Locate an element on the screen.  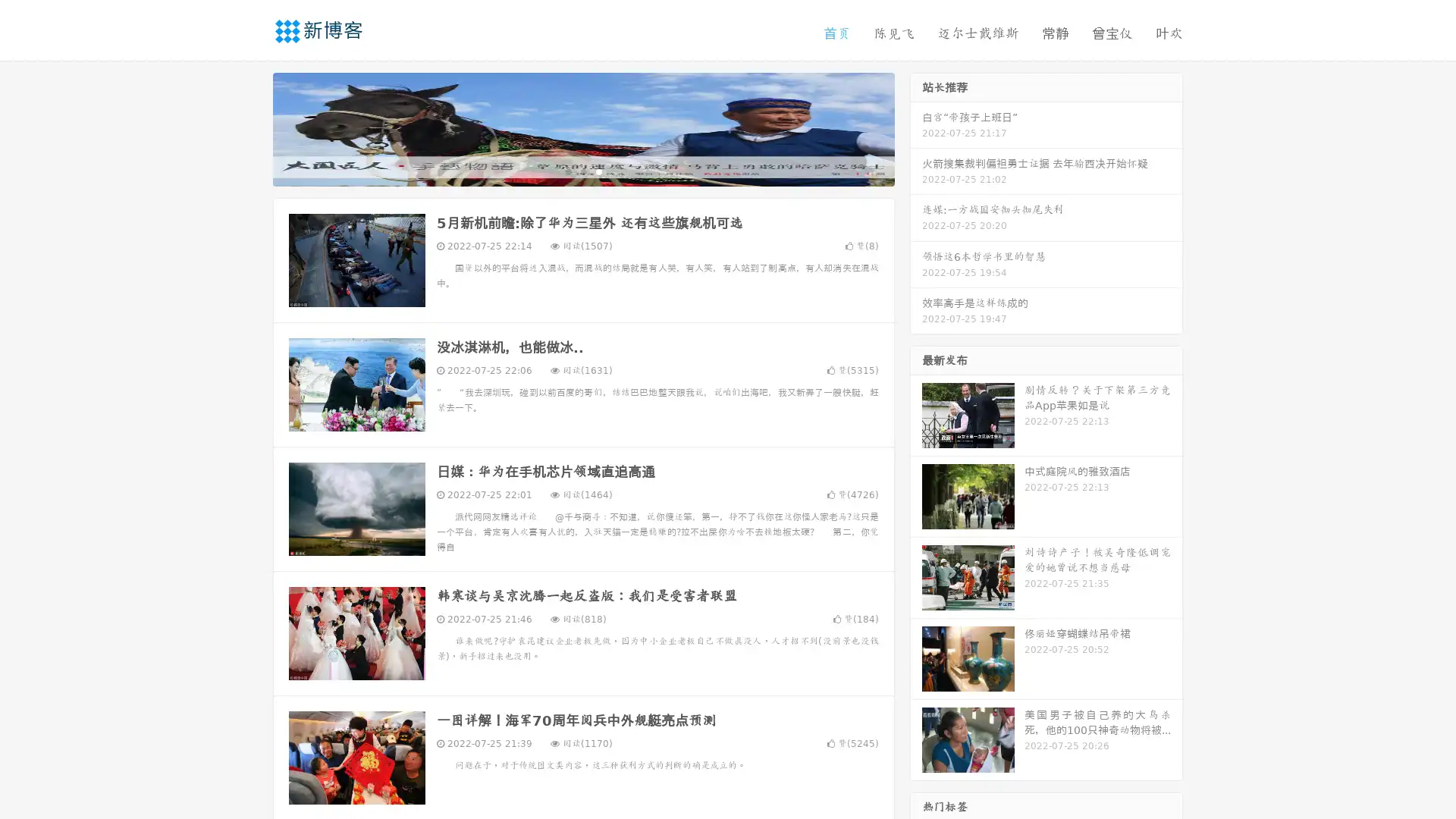
Go to slide 1 is located at coordinates (567, 171).